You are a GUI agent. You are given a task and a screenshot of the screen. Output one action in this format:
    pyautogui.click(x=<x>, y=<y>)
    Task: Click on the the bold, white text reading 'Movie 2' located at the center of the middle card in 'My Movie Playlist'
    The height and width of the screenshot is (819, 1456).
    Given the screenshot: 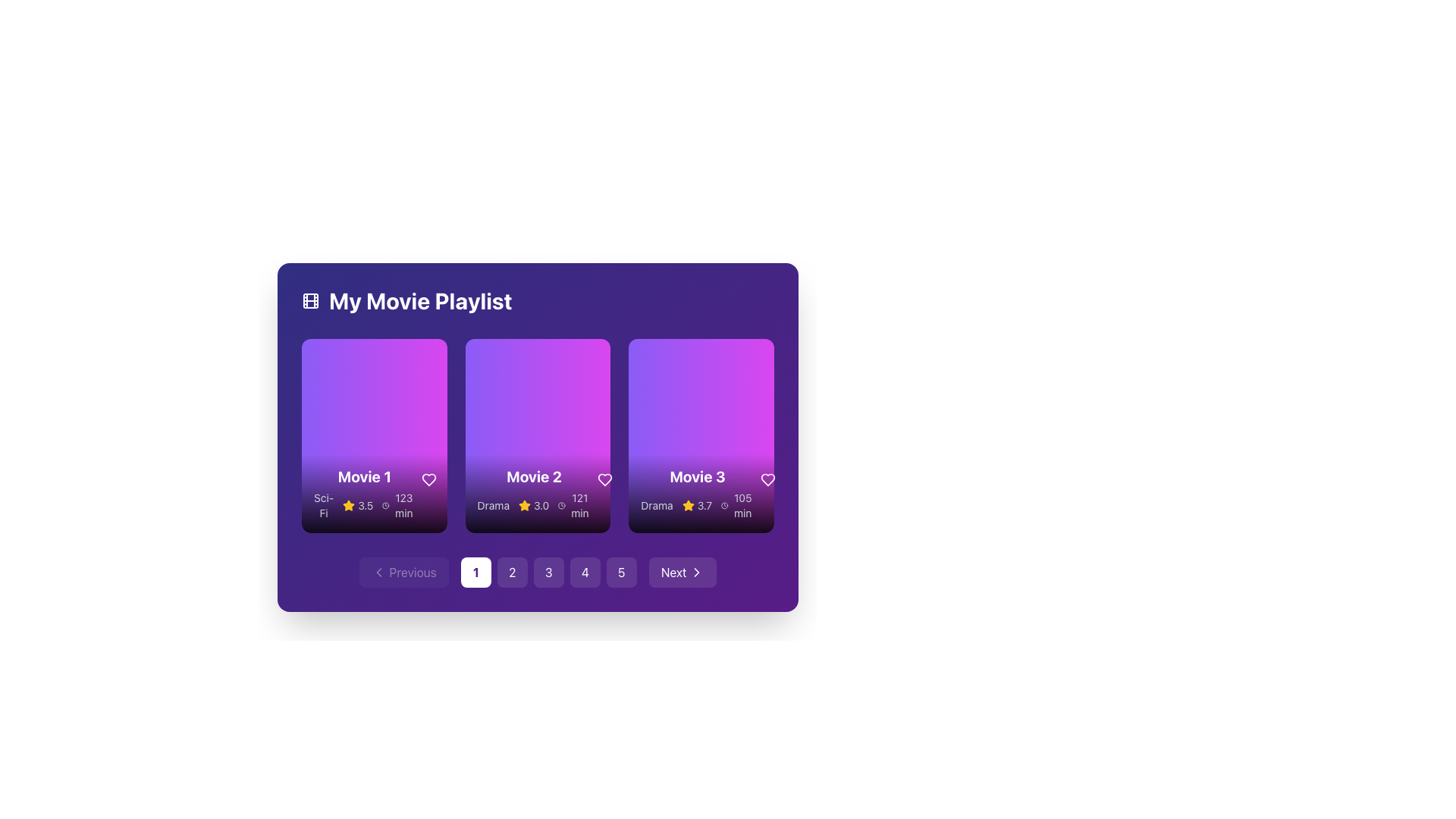 What is the action you would take?
    pyautogui.click(x=534, y=475)
    